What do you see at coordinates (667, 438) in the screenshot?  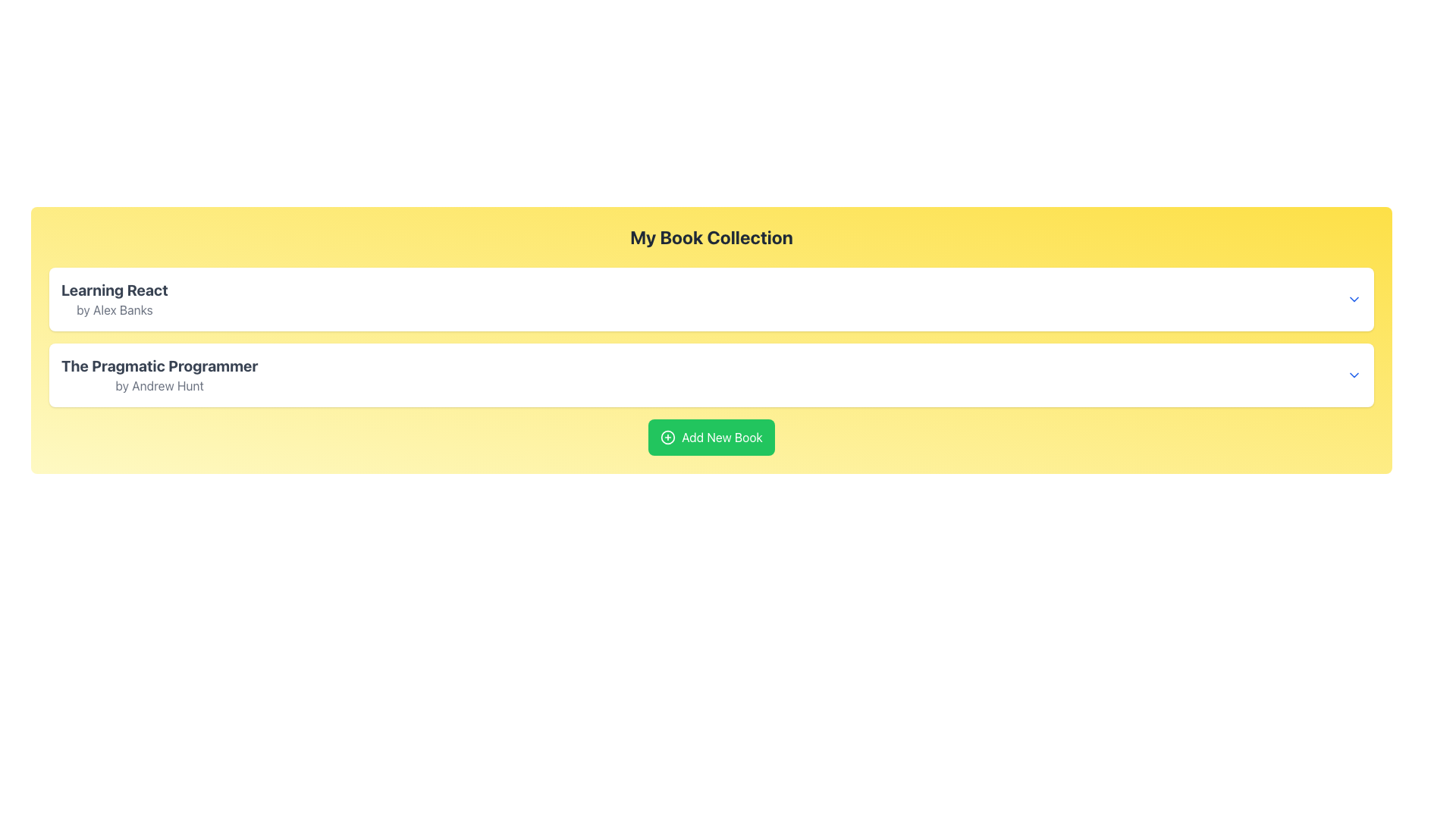 I see `the circular '+' icon located to the left of the 'Add New Book' button, which is vertically centered within it` at bounding box center [667, 438].